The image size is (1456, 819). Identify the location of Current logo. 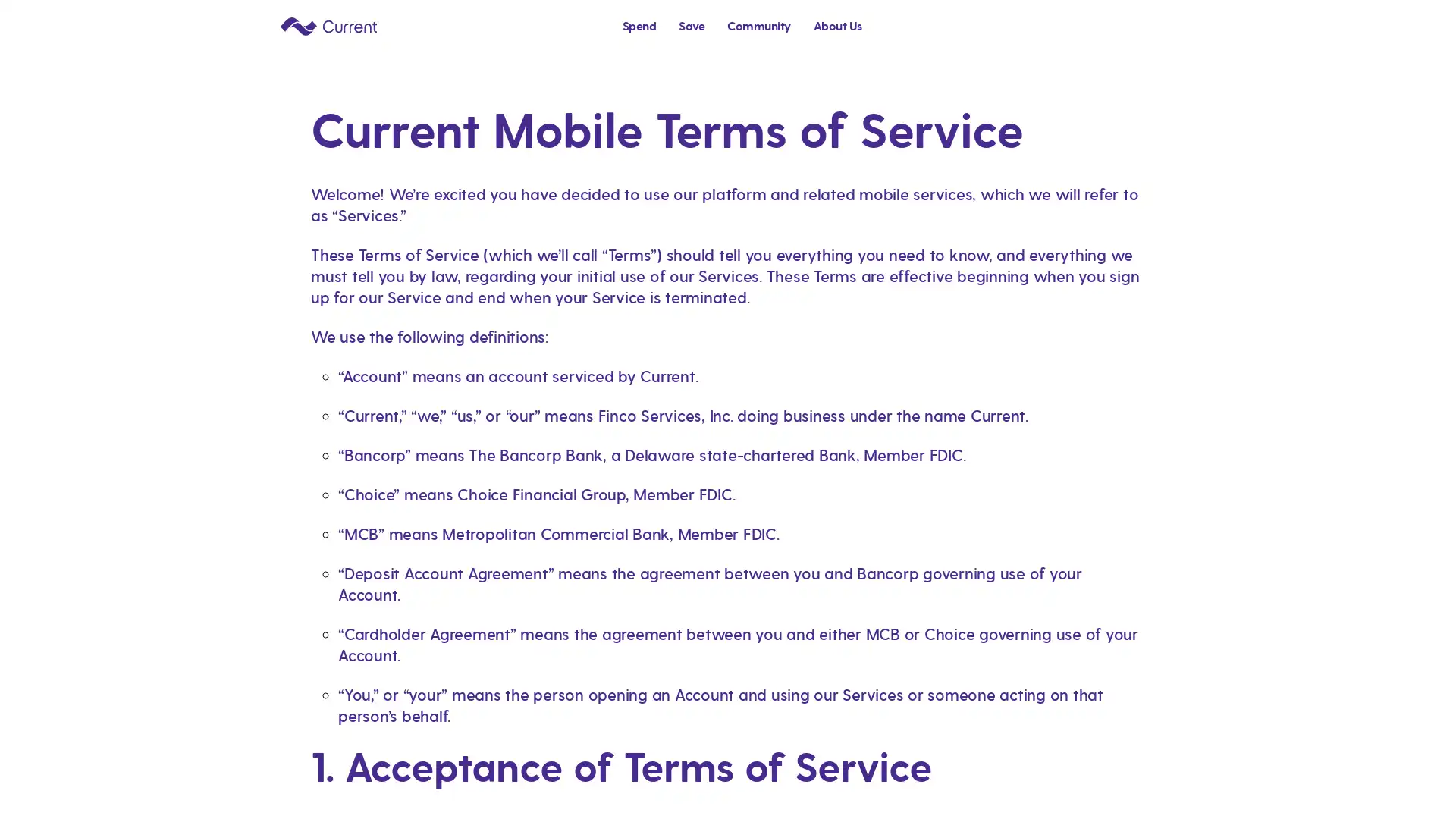
(328, 25).